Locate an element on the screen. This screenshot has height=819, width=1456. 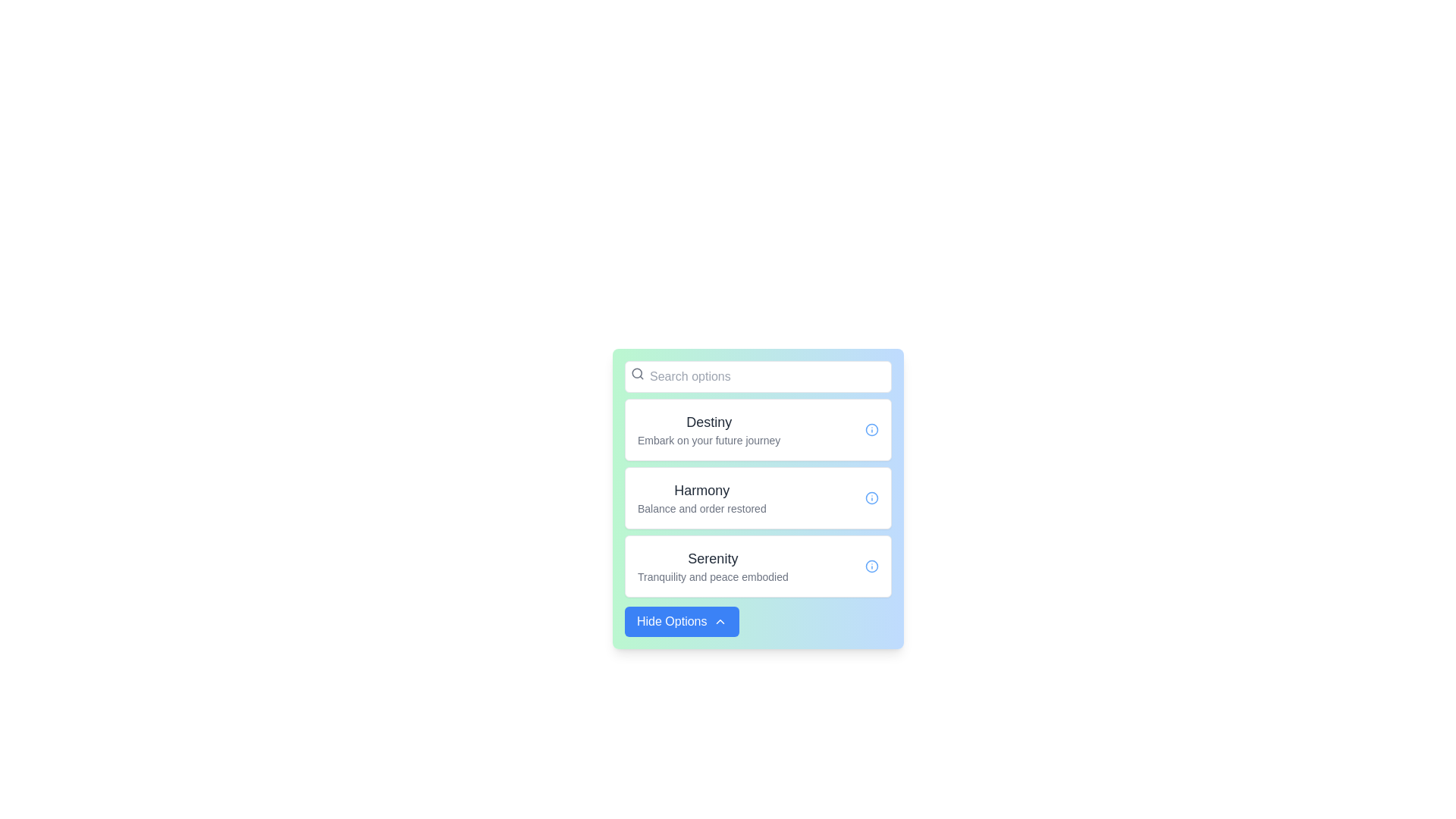
the text label within the button that allows users to collapse or hide additional options, located at the bottom of the layout is located at coordinates (671, 622).